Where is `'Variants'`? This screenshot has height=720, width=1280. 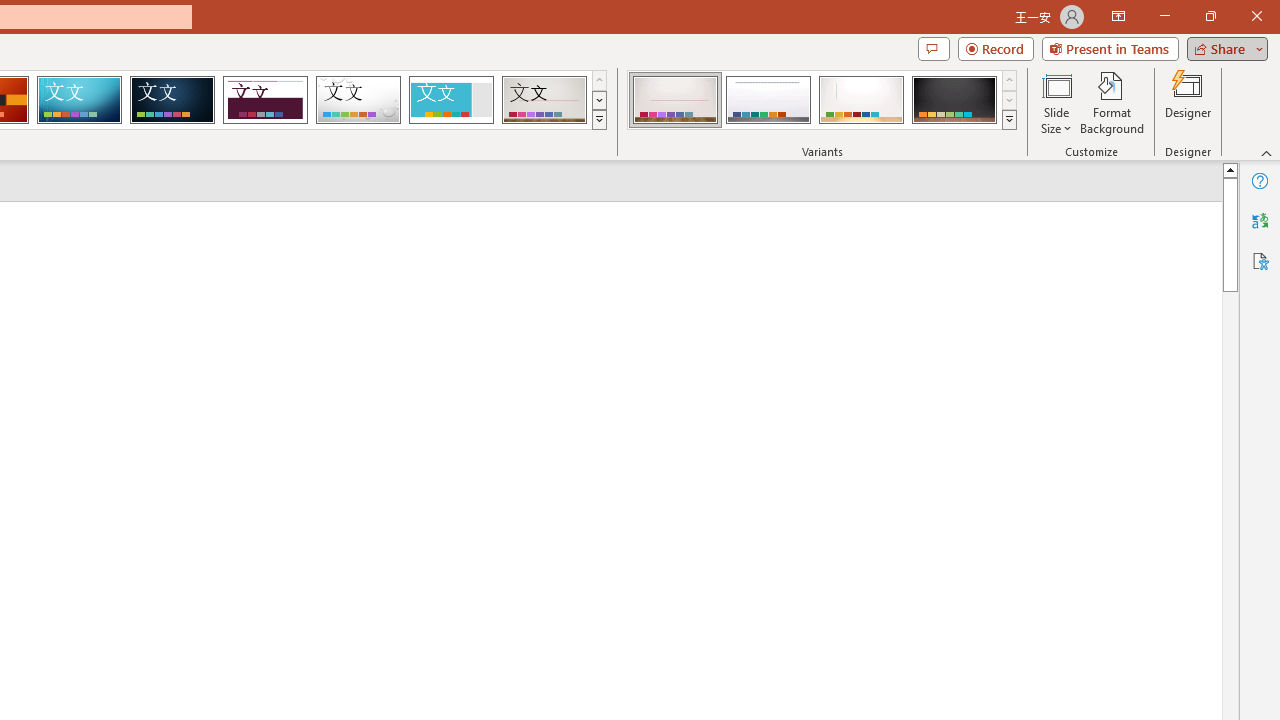
'Variants' is located at coordinates (1009, 120).